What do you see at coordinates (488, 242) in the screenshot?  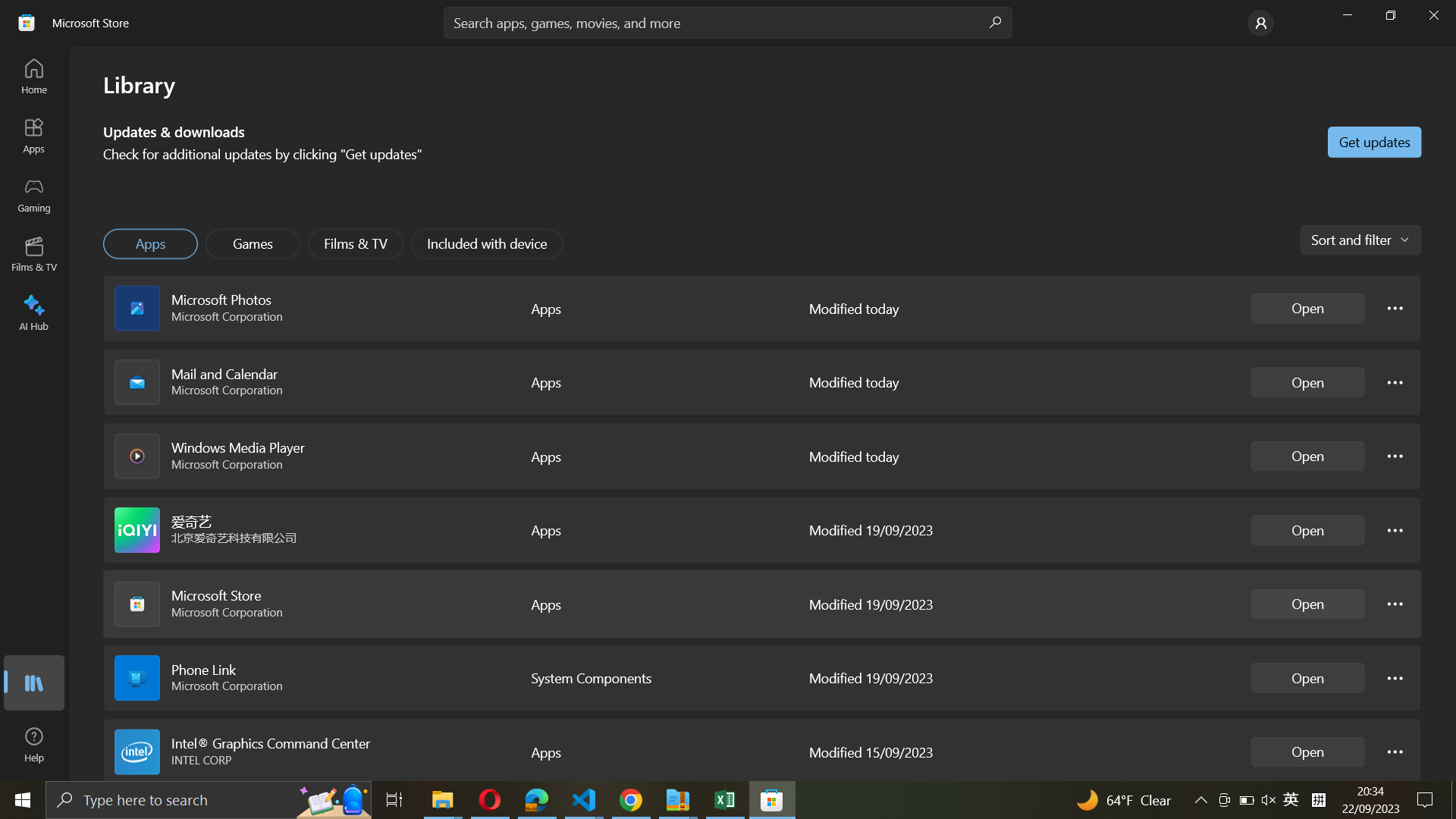 I see `Click the "Included with device" button on the screen` at bounding box center [488, 242].